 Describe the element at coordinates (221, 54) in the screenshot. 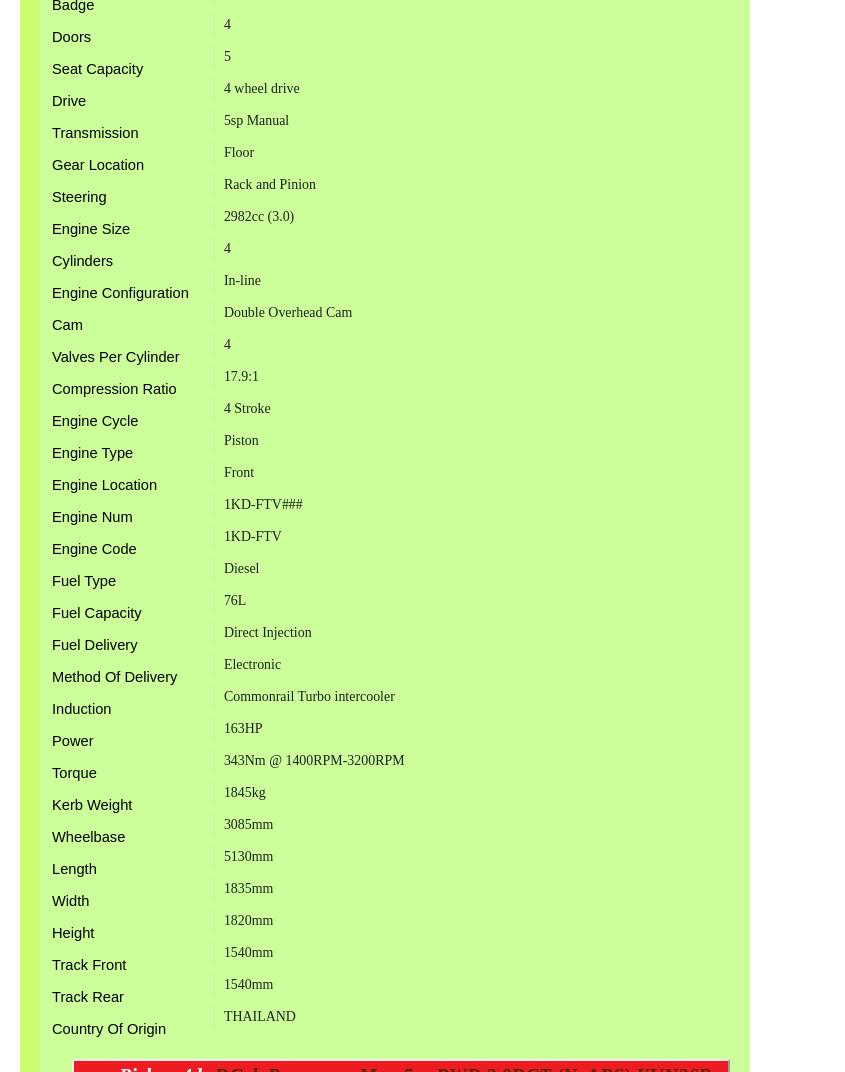

I see `'5'` at that location.